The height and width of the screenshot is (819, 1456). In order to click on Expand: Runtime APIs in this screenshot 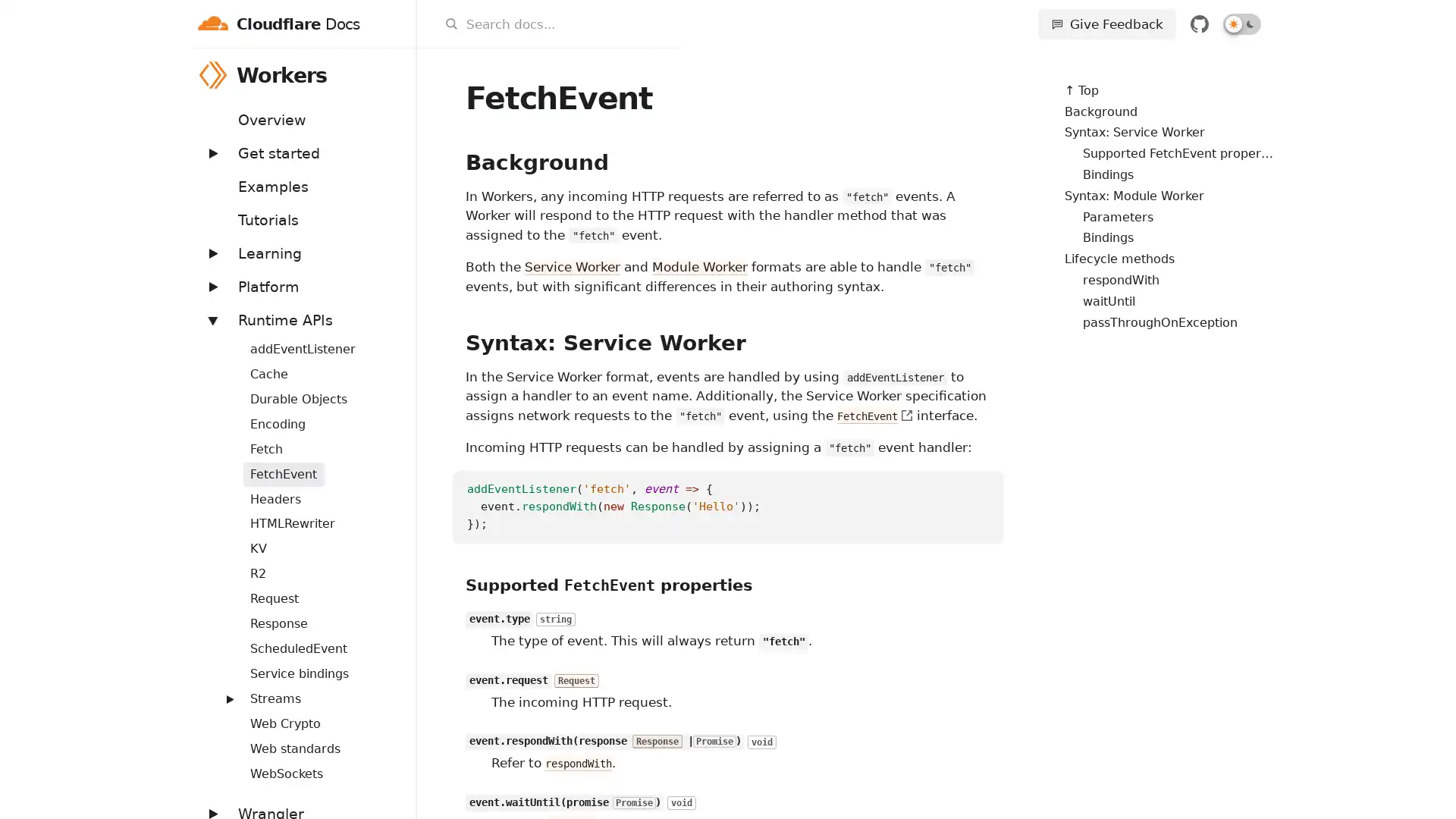, I will do `click(211, 318)`.